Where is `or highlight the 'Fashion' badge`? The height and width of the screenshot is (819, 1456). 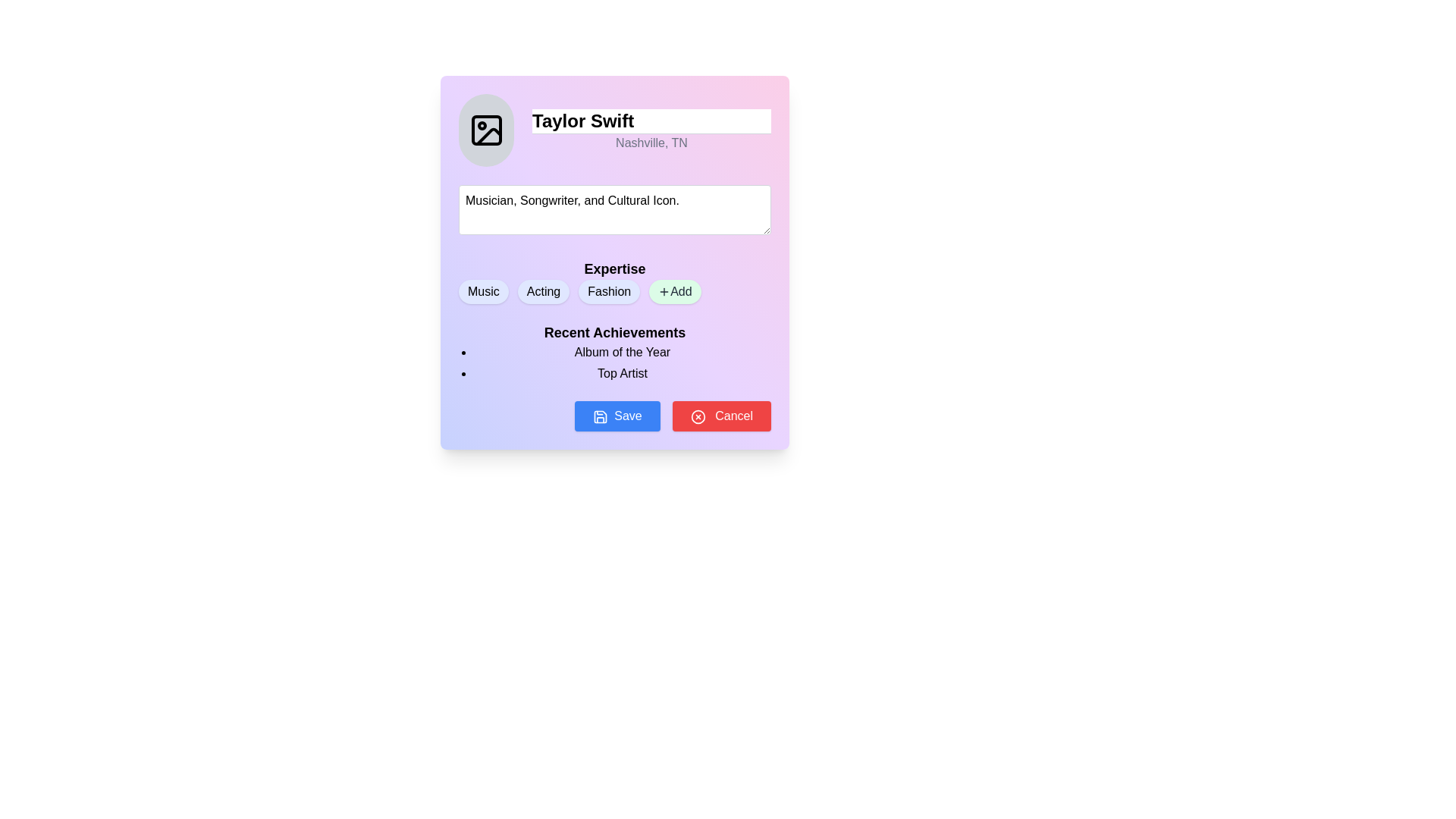
or highlight the 'Fashion' badge is located at coordinates (609, 292).